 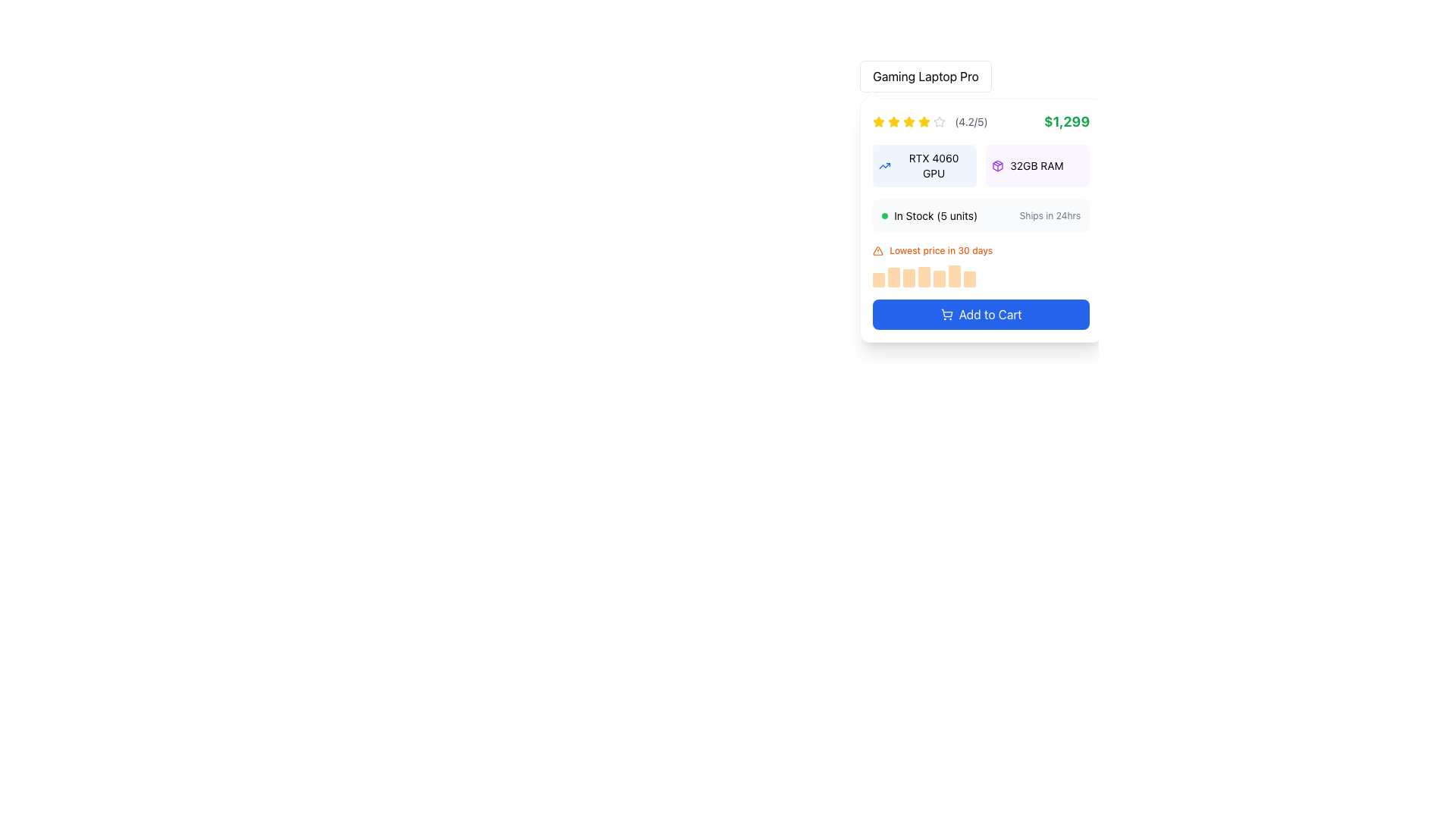 What do you see at coordinates (1066, 121) in the screenshot?
I see `the price Text Label located in the top right corner of the product card, which is aligned with the rating score '(4.2/5)' on its left` at bounding box center [1066, 121].